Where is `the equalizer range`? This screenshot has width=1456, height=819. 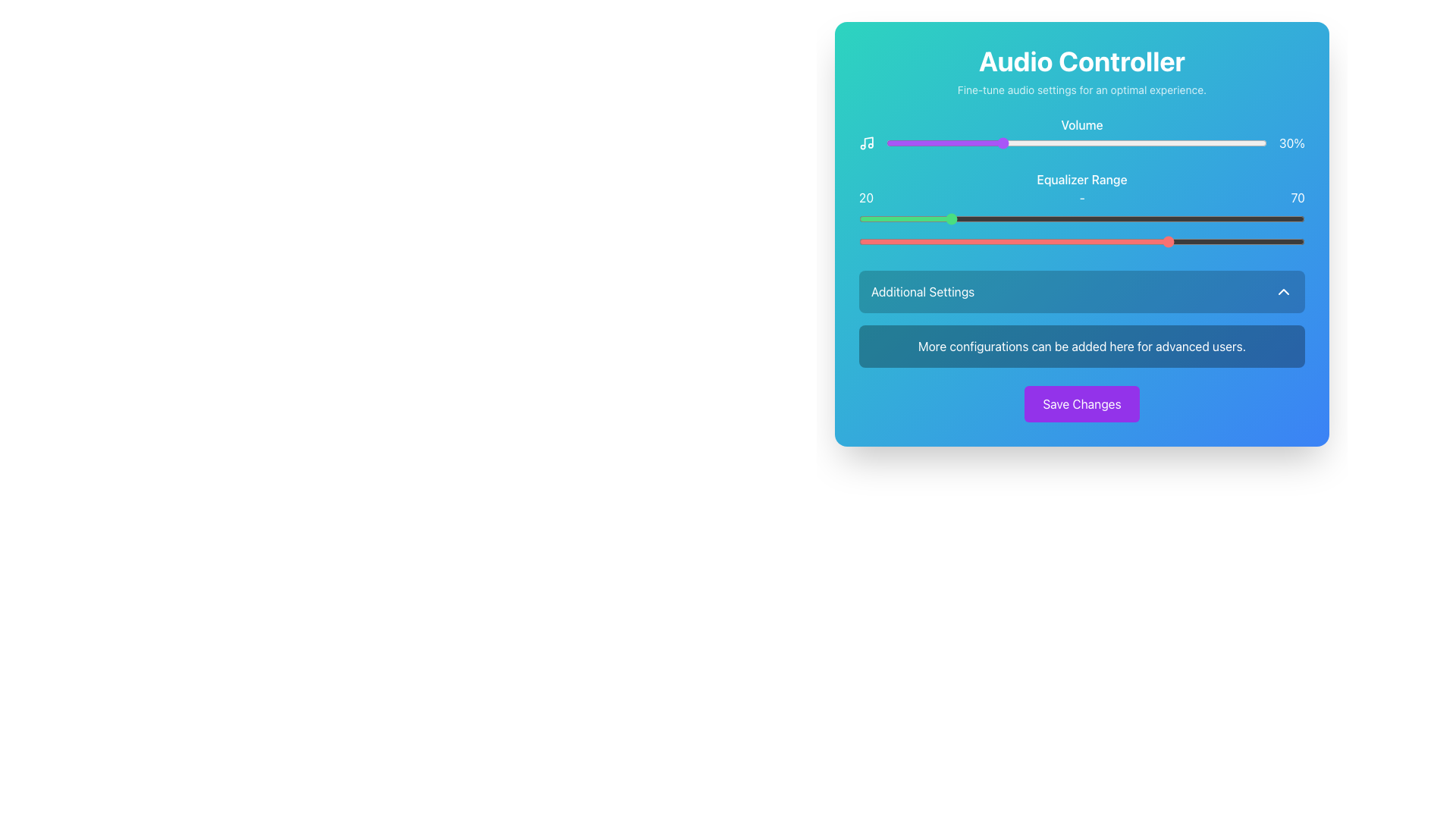
the equalizer range is located at coordinates (1028, 241).